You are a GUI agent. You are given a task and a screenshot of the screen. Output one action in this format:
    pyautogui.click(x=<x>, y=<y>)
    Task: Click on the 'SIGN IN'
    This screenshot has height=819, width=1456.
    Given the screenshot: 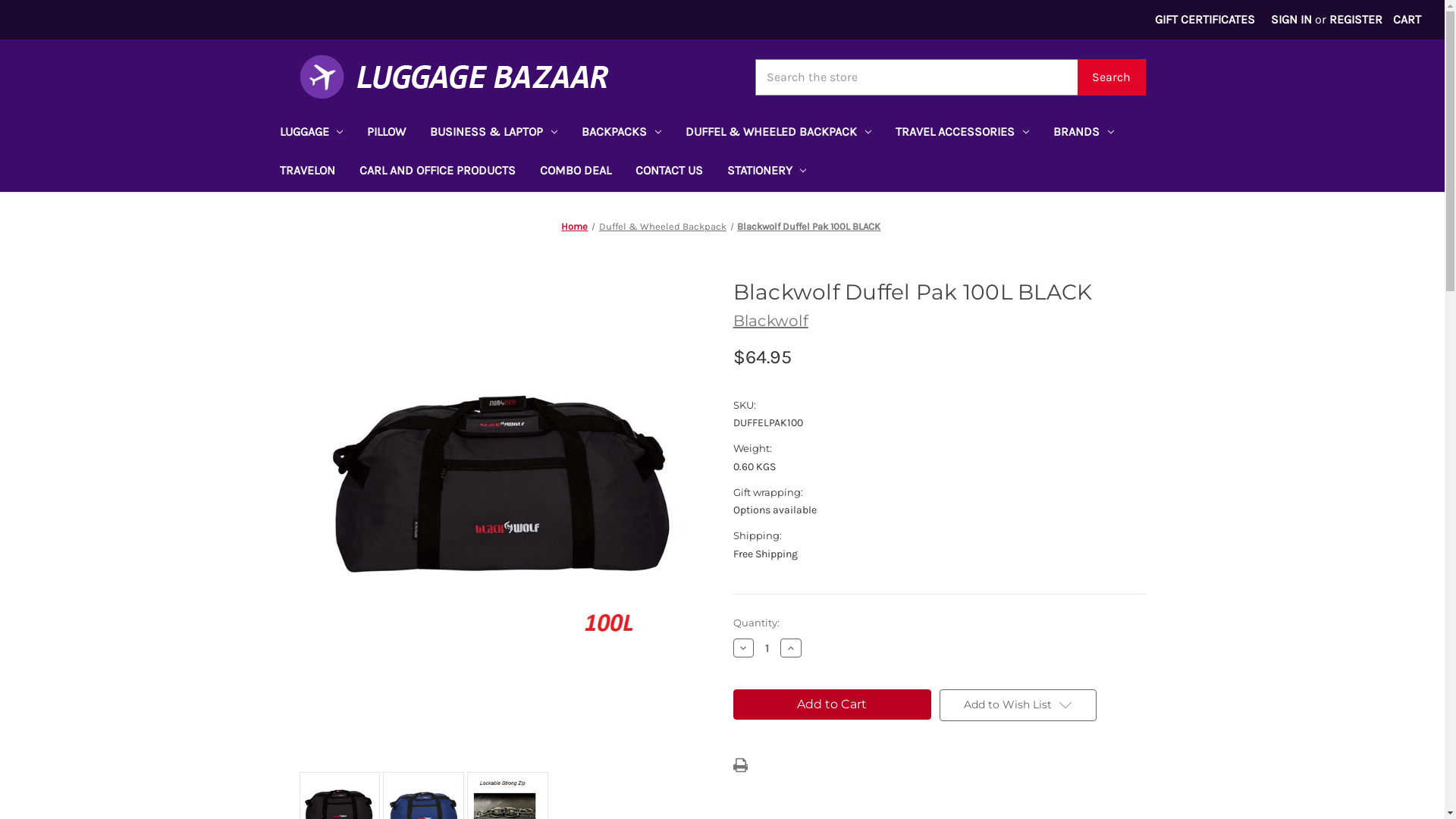 What is the action you would take?
    pyautogui.click(x=1291, y=20)
    